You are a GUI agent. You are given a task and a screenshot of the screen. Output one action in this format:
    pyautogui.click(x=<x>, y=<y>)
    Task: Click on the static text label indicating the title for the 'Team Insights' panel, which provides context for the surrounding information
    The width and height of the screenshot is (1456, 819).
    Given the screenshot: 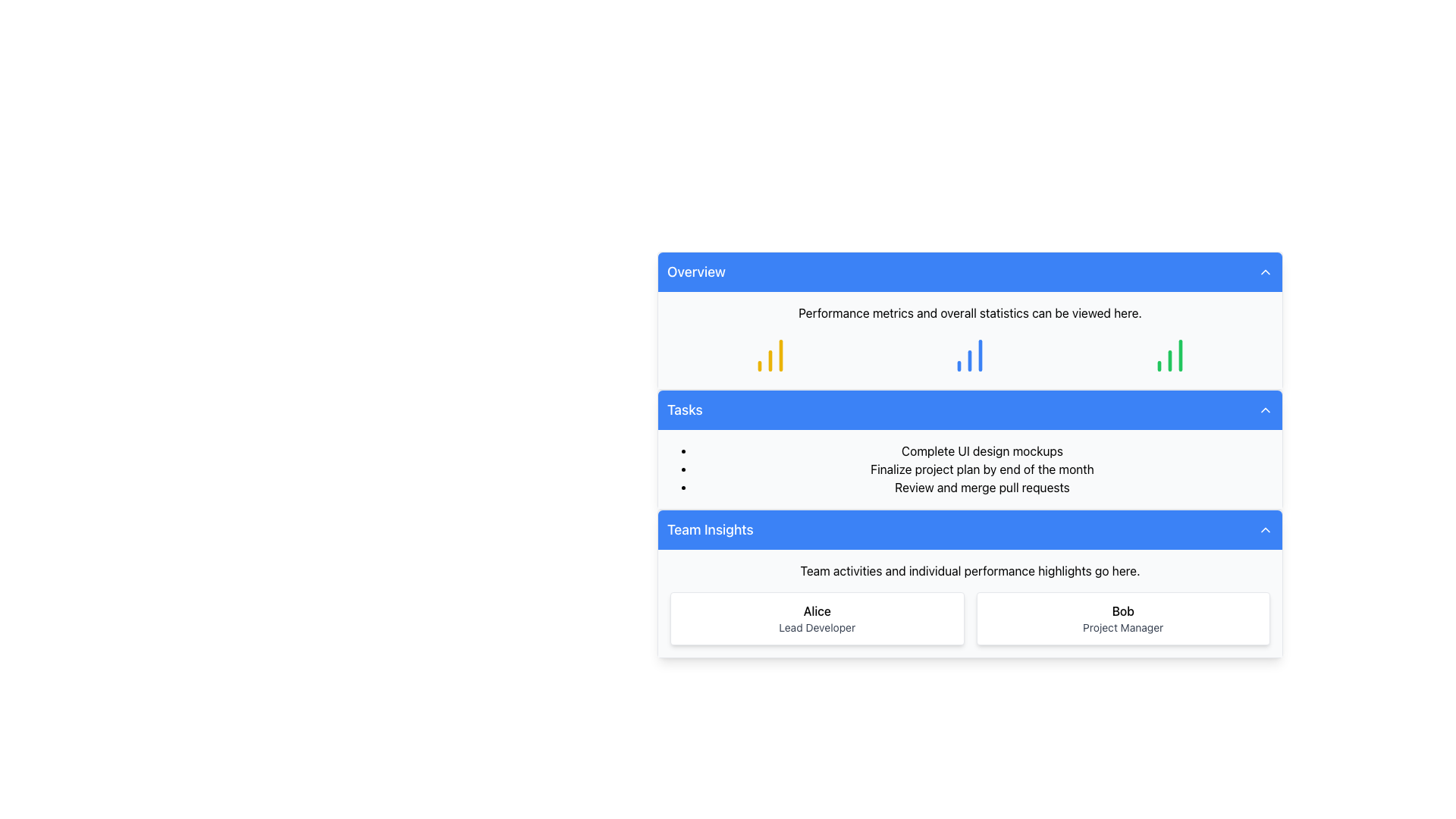 What is the action you would take?
    pyautogui.click(x=709, y=529)
    